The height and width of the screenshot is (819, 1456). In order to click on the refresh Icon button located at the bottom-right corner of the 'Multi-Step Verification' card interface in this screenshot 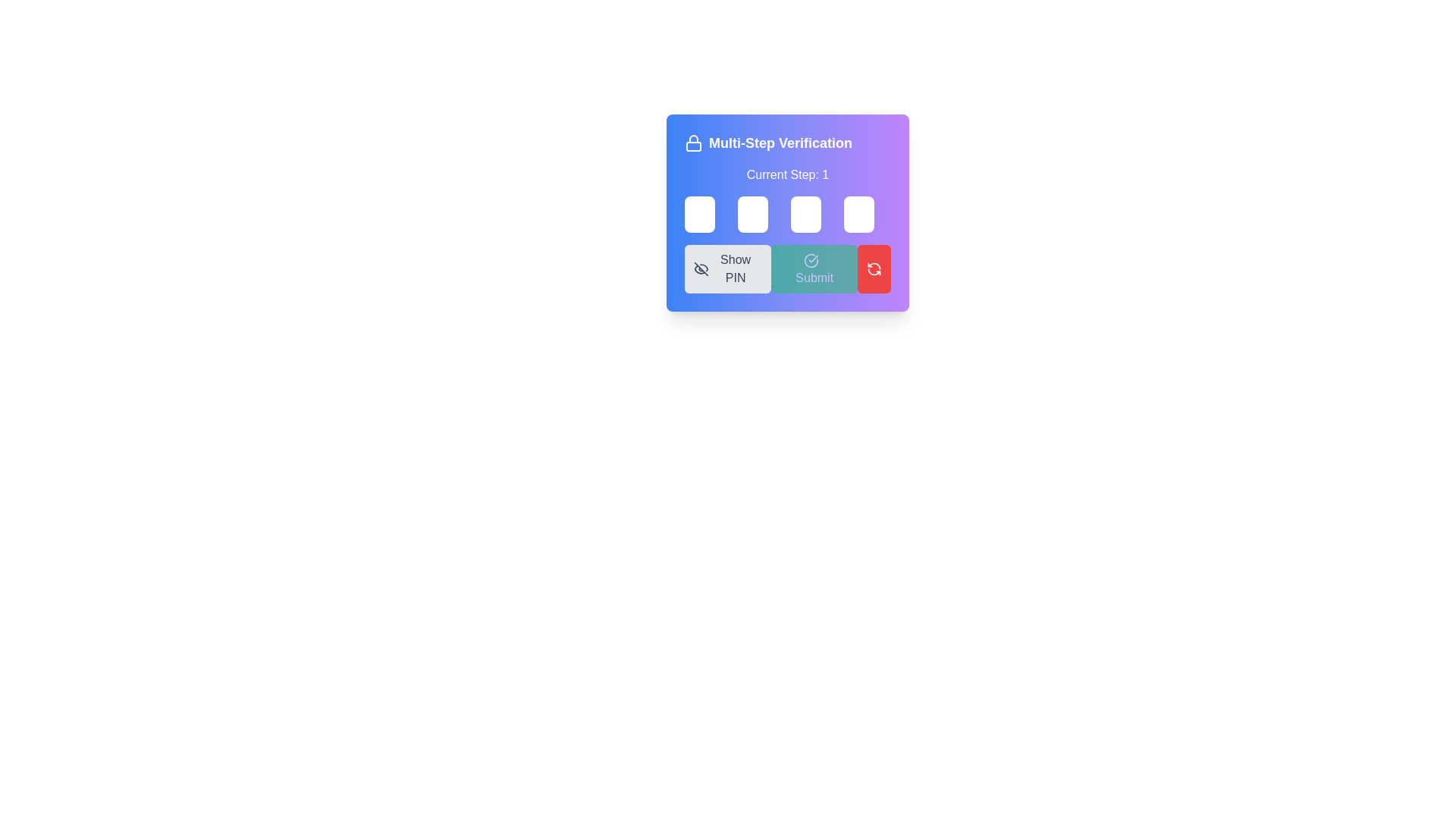, I will do `click(874, 268)`.